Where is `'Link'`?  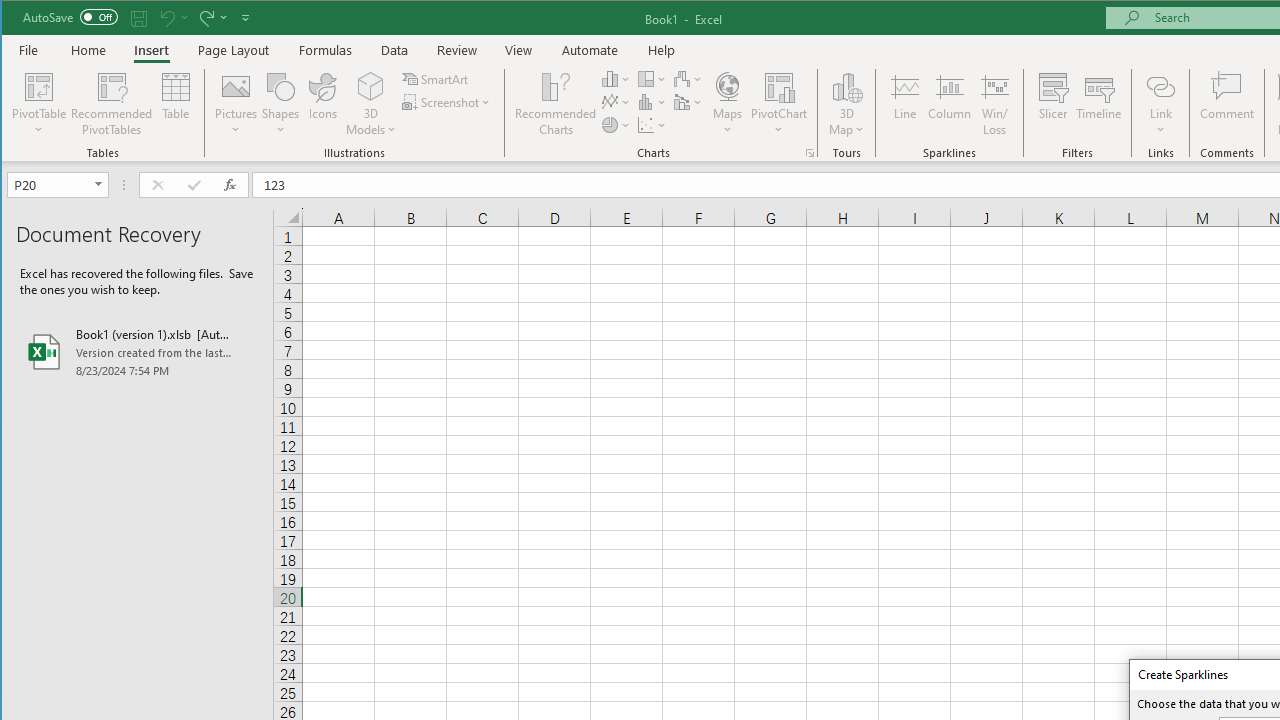 'Link' is located at coordinates (1160, 85).